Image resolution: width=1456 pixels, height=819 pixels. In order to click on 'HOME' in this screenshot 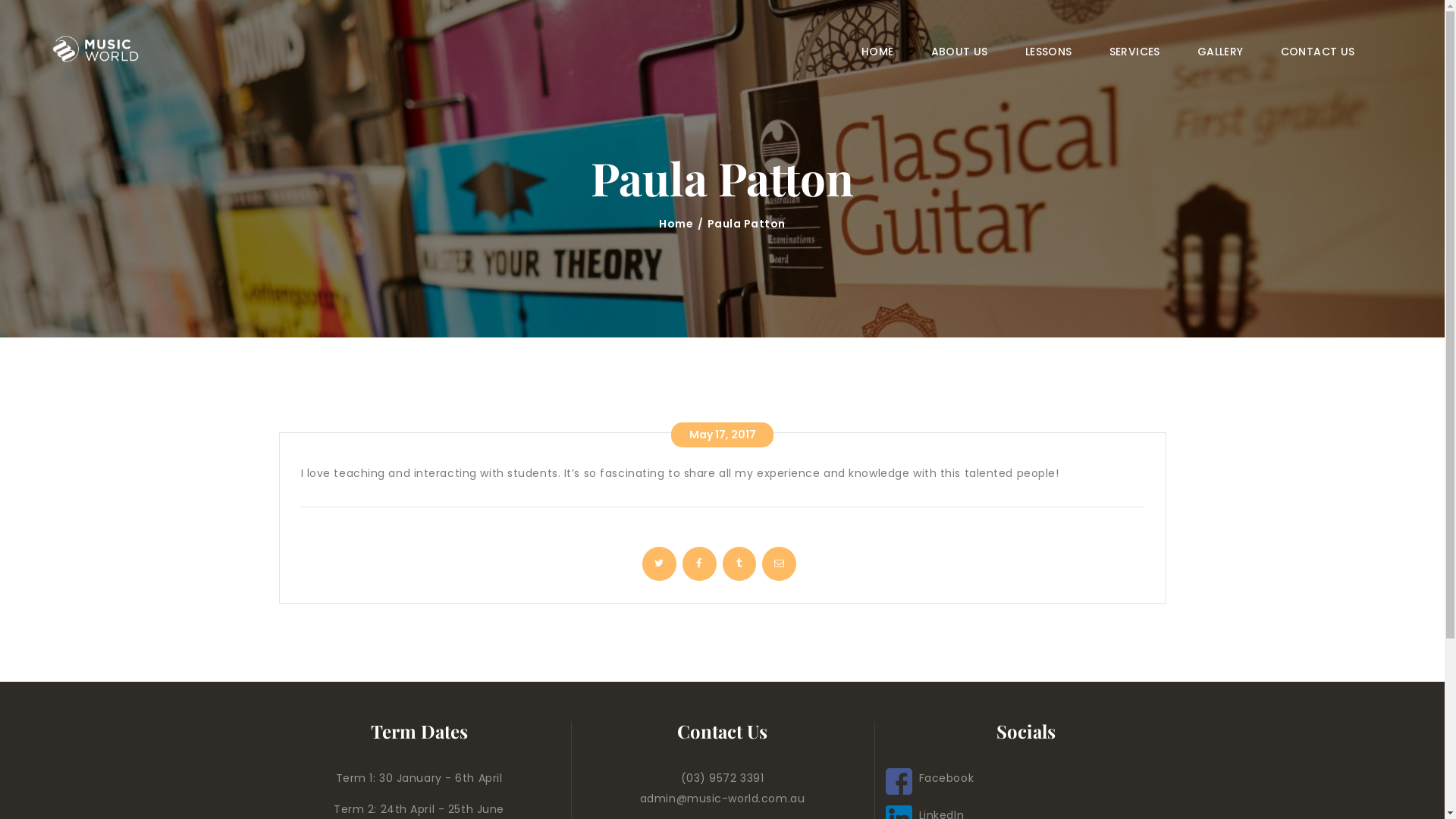, I will do `click(877, 51)`.